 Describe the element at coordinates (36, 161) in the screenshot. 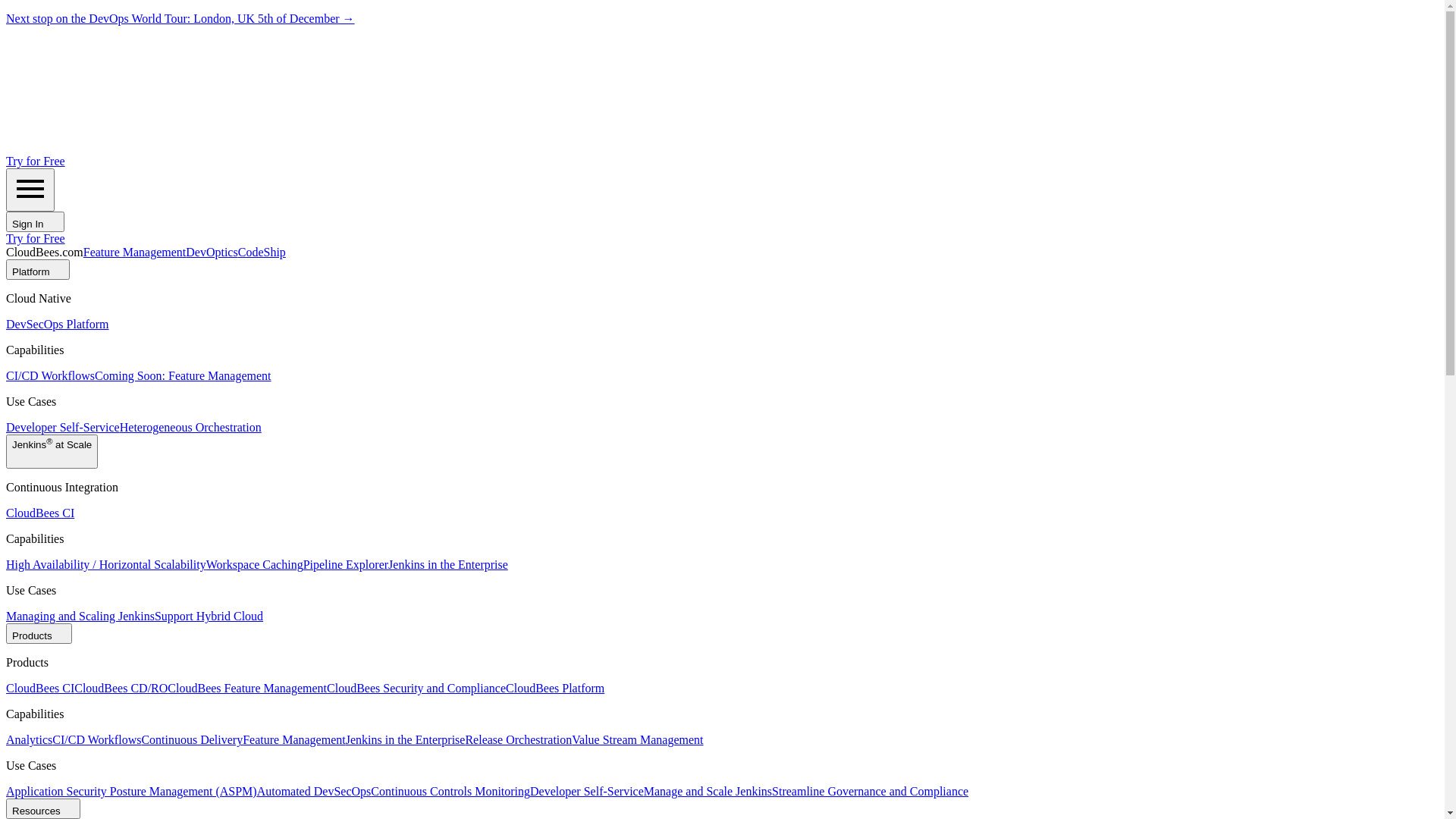

I see `'Try for Free'` at that location.